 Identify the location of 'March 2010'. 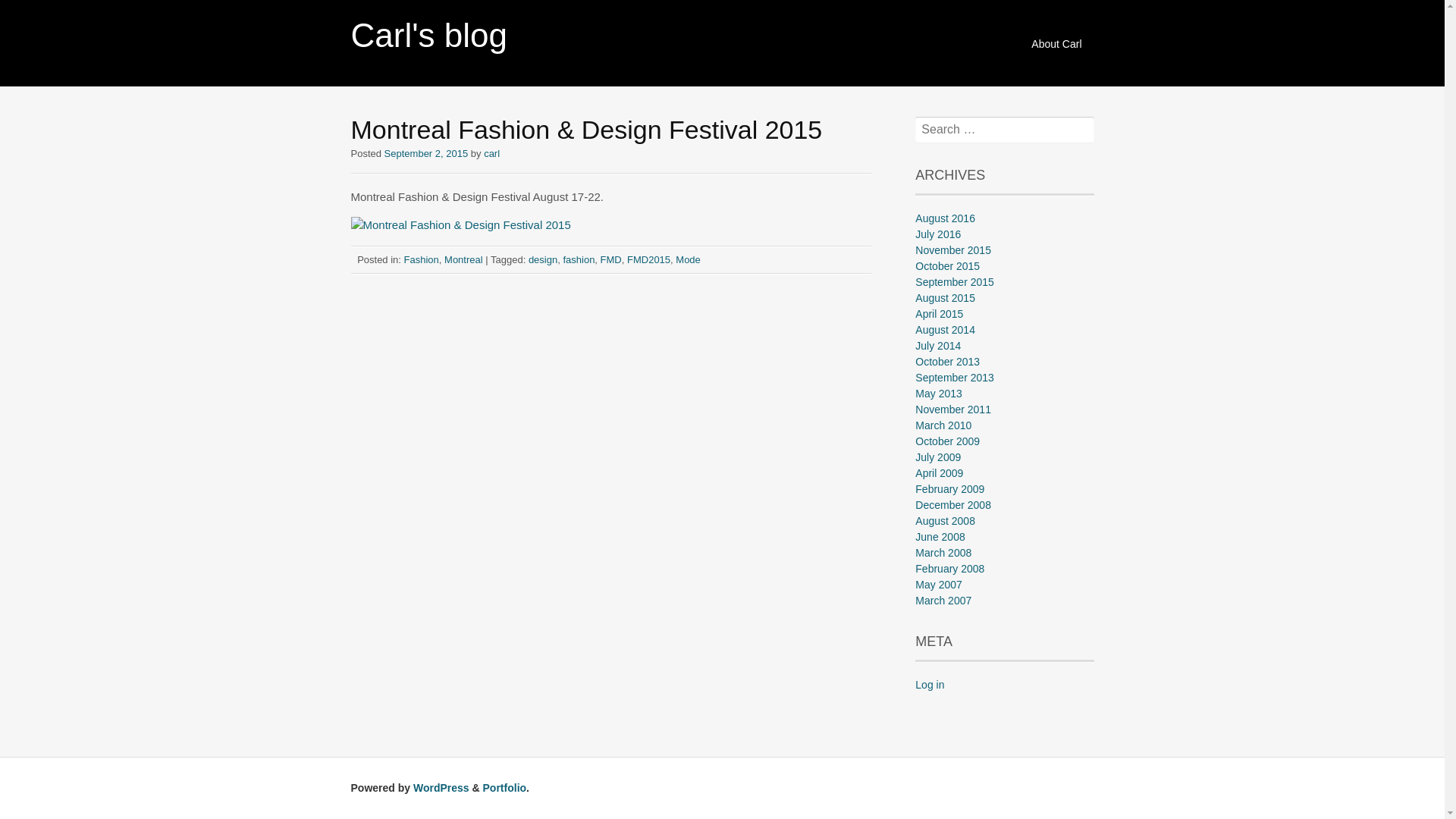
(942, 425).